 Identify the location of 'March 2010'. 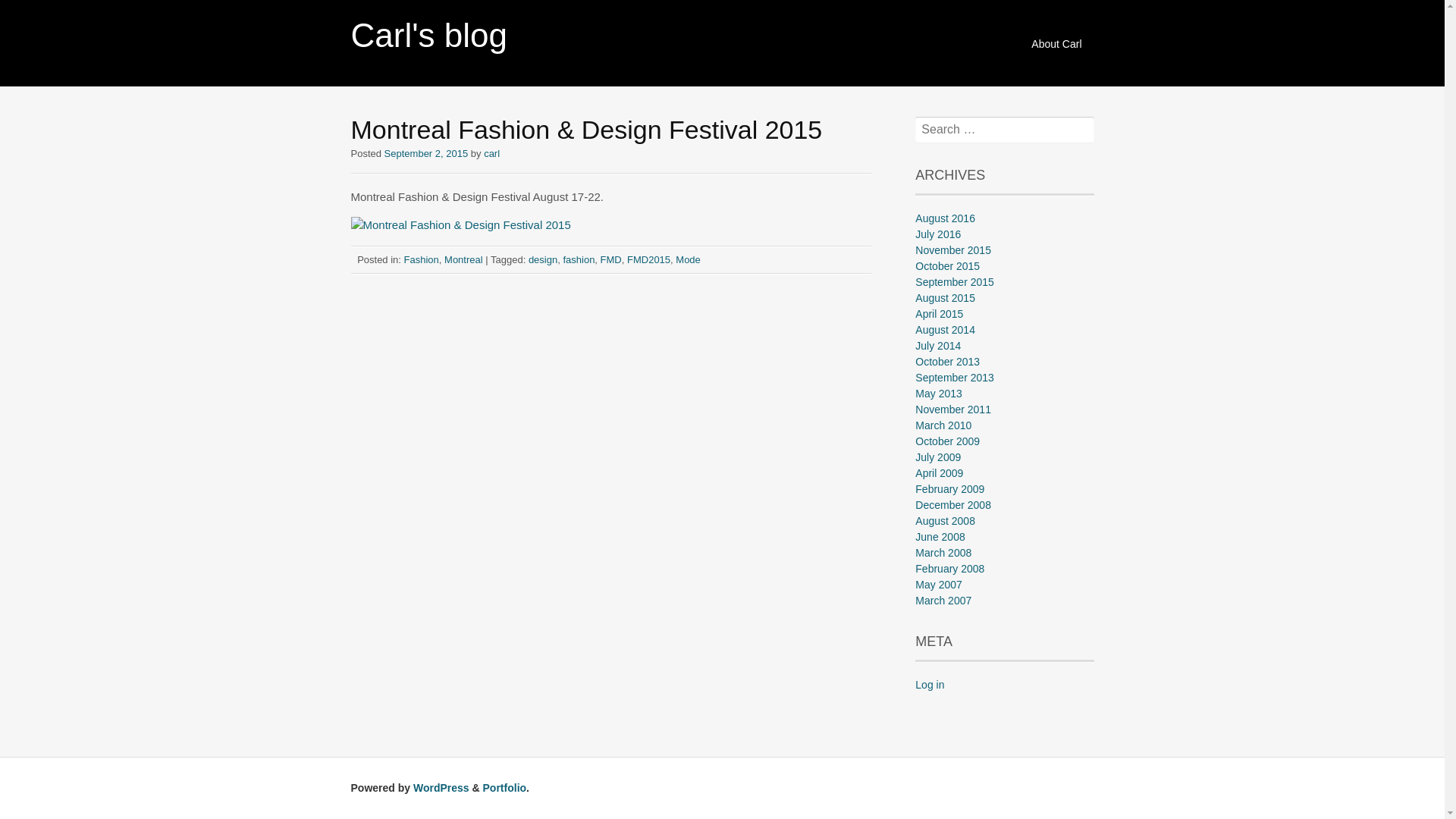
(942, 425).